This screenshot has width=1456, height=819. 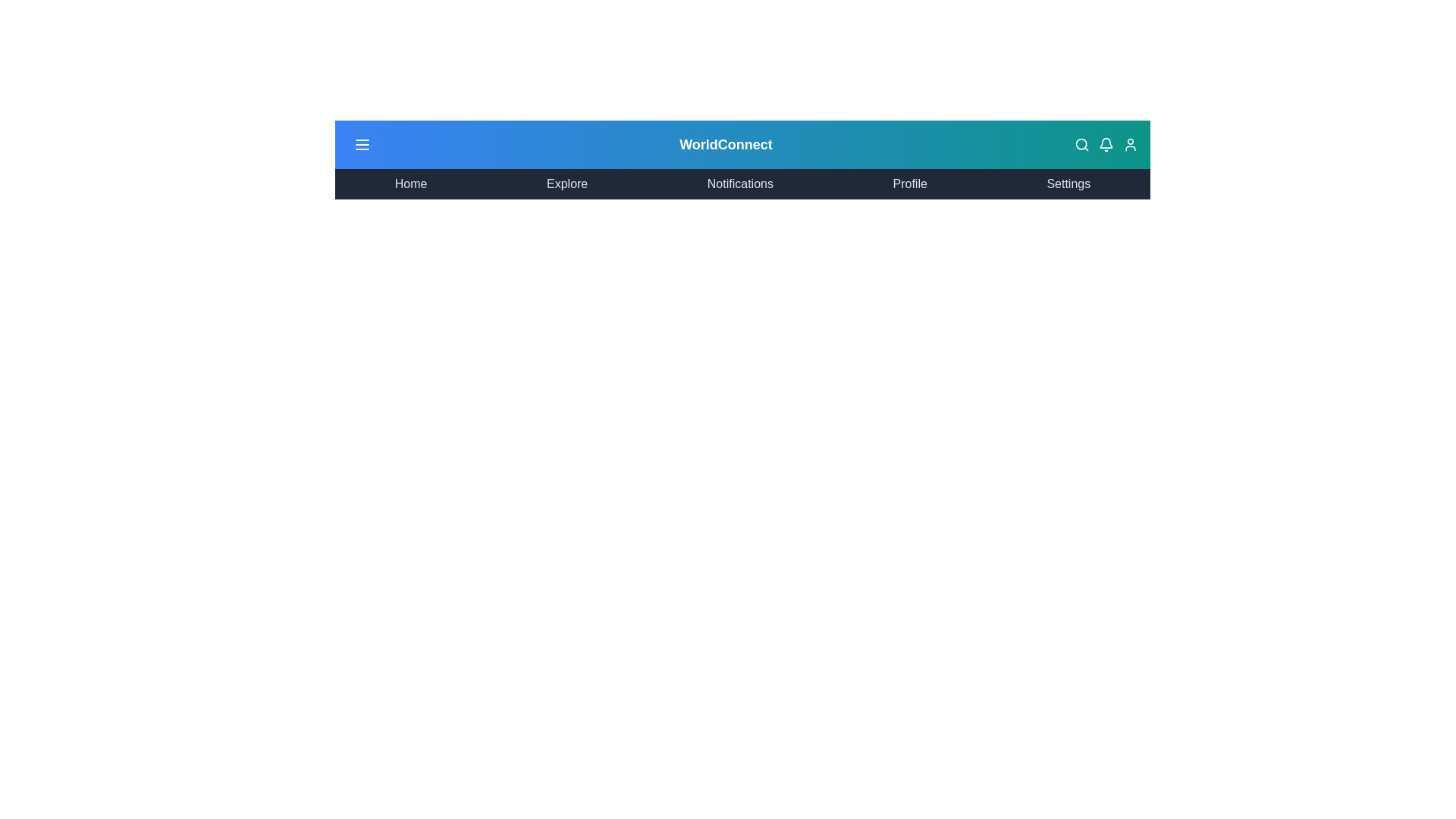 What do you see at coordinates (566, 184) in the screenshot?
I see `the menu item labeled Explore` at bounding box center [566, 184].